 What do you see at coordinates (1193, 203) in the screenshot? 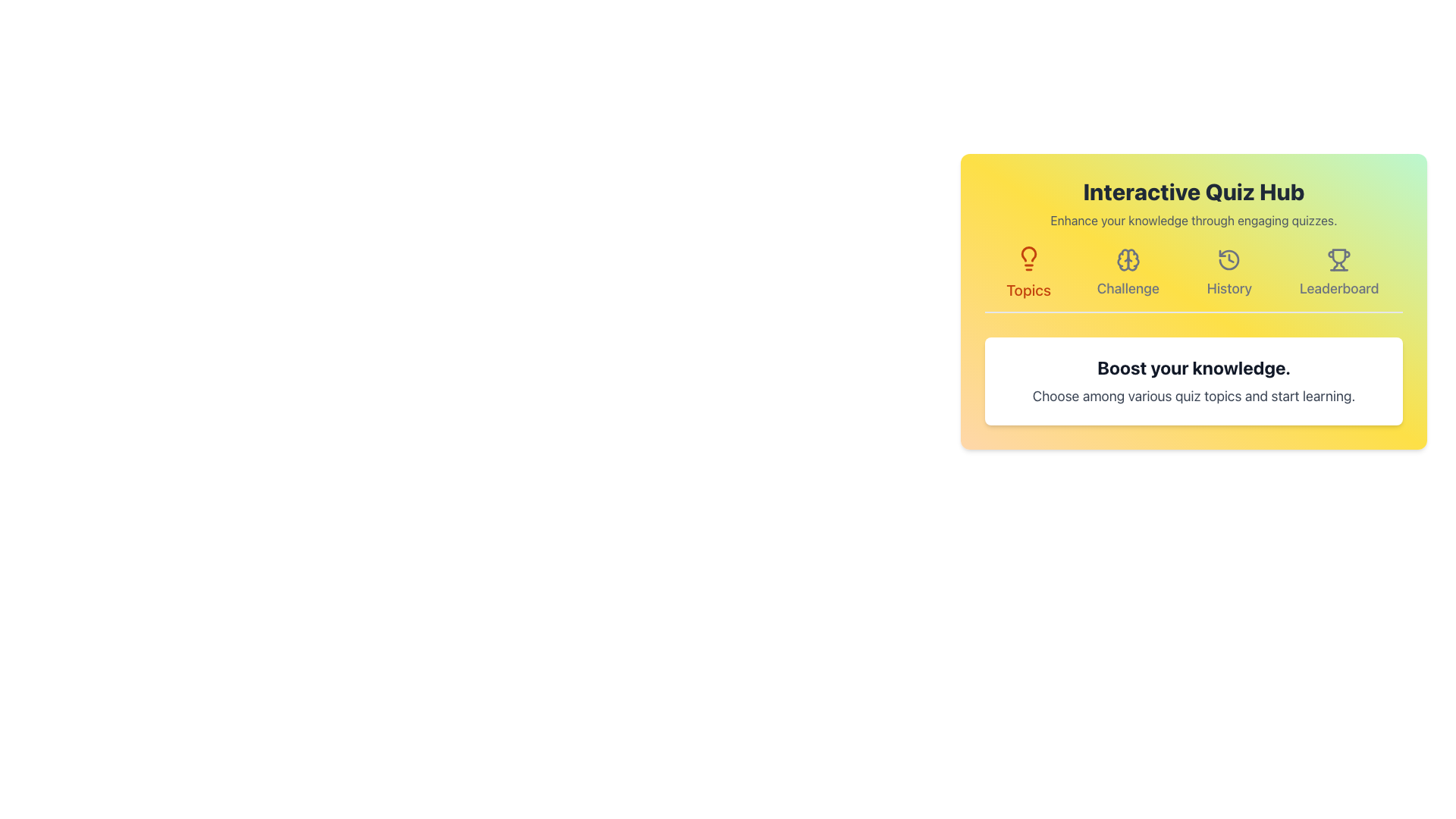
I see `the textual display component titled 'Interactive Quiz Hub' which features a bold heading and a subheading, located at the top-center of the card component` at bounding box center [1193, 203].